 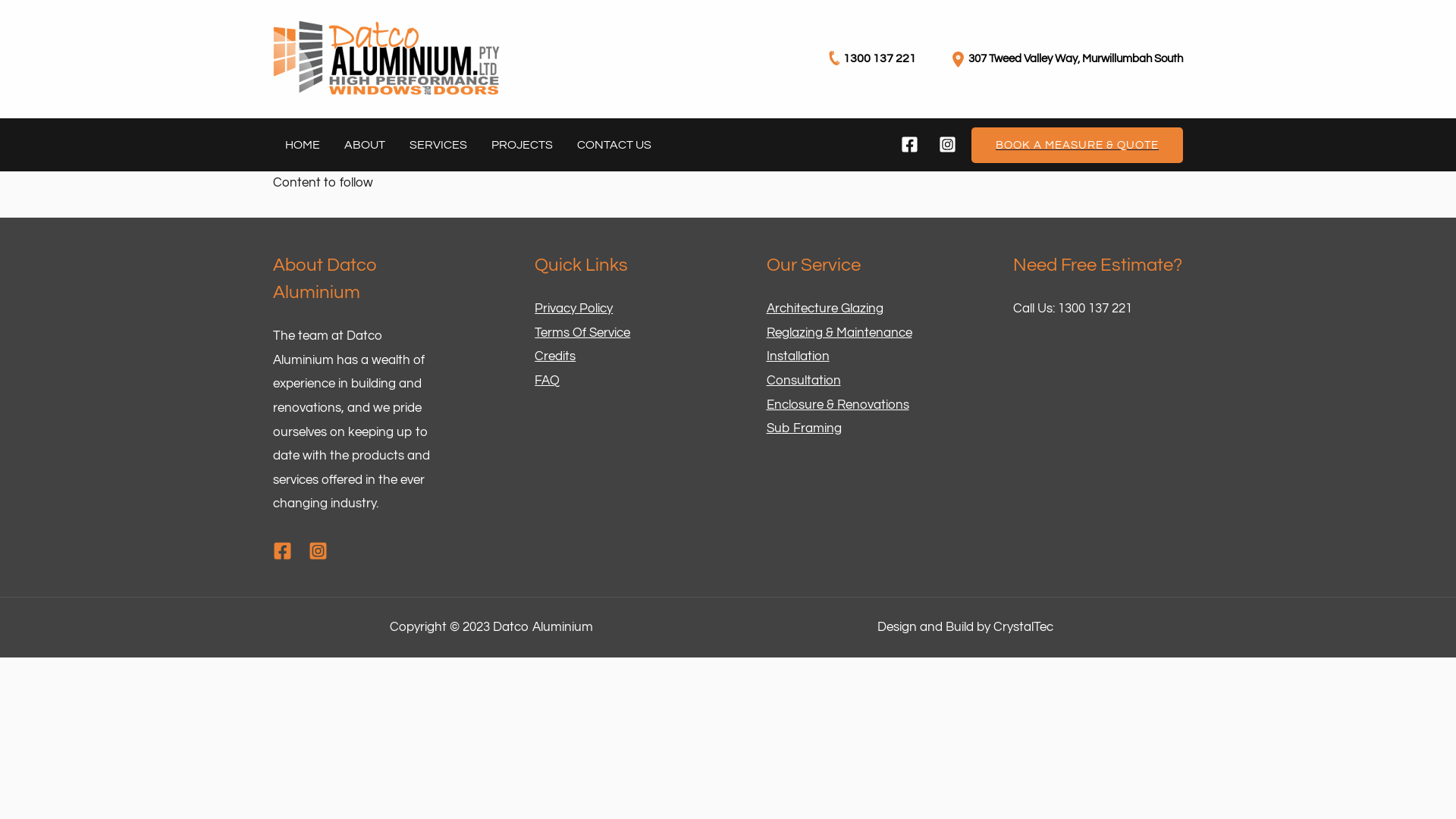 I want to click on 'Terms Of Service', so click(x=582, y=332).